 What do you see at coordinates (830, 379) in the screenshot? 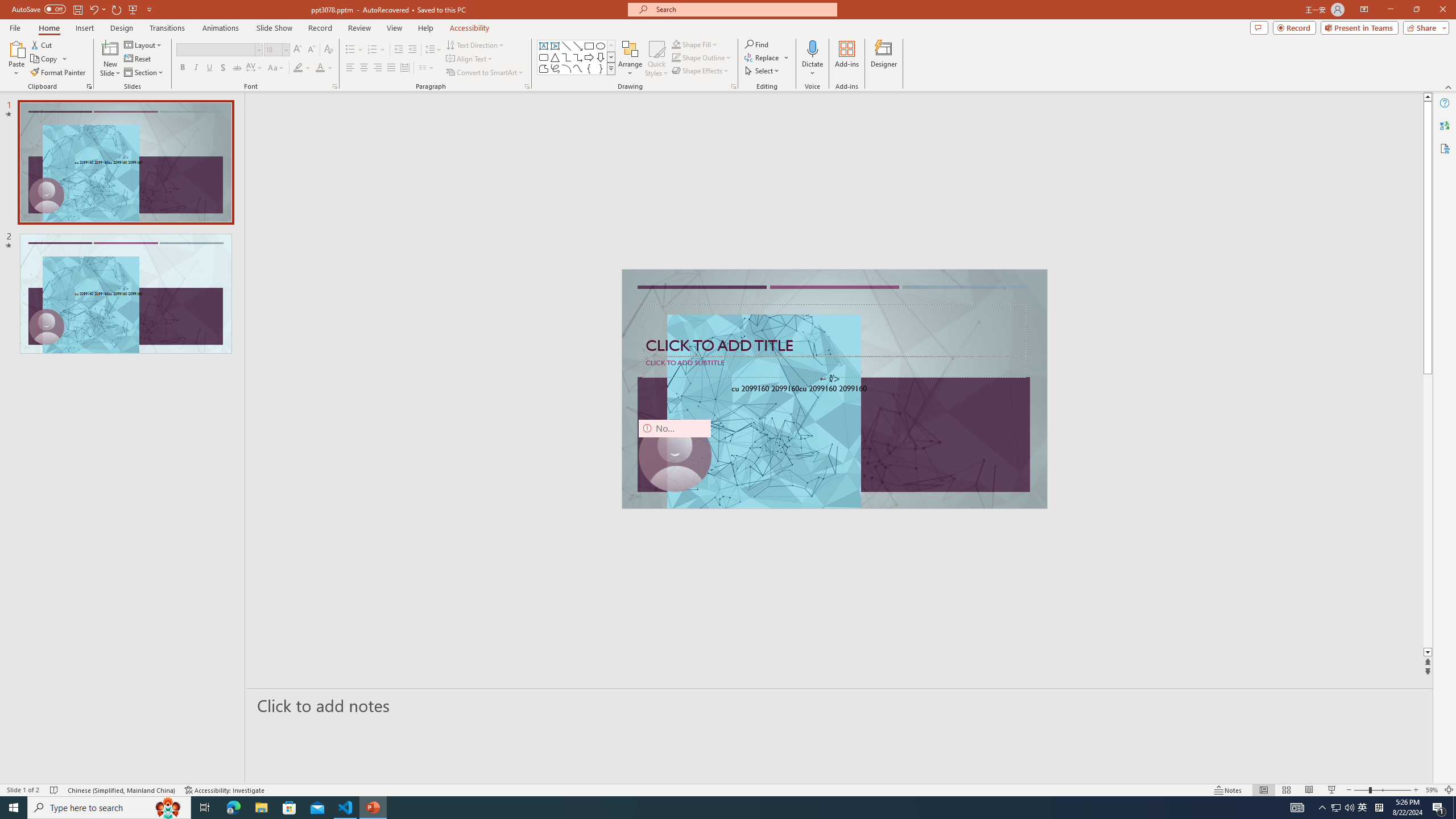
I see `'TextBox 7'` at bounding box center [830, 379].